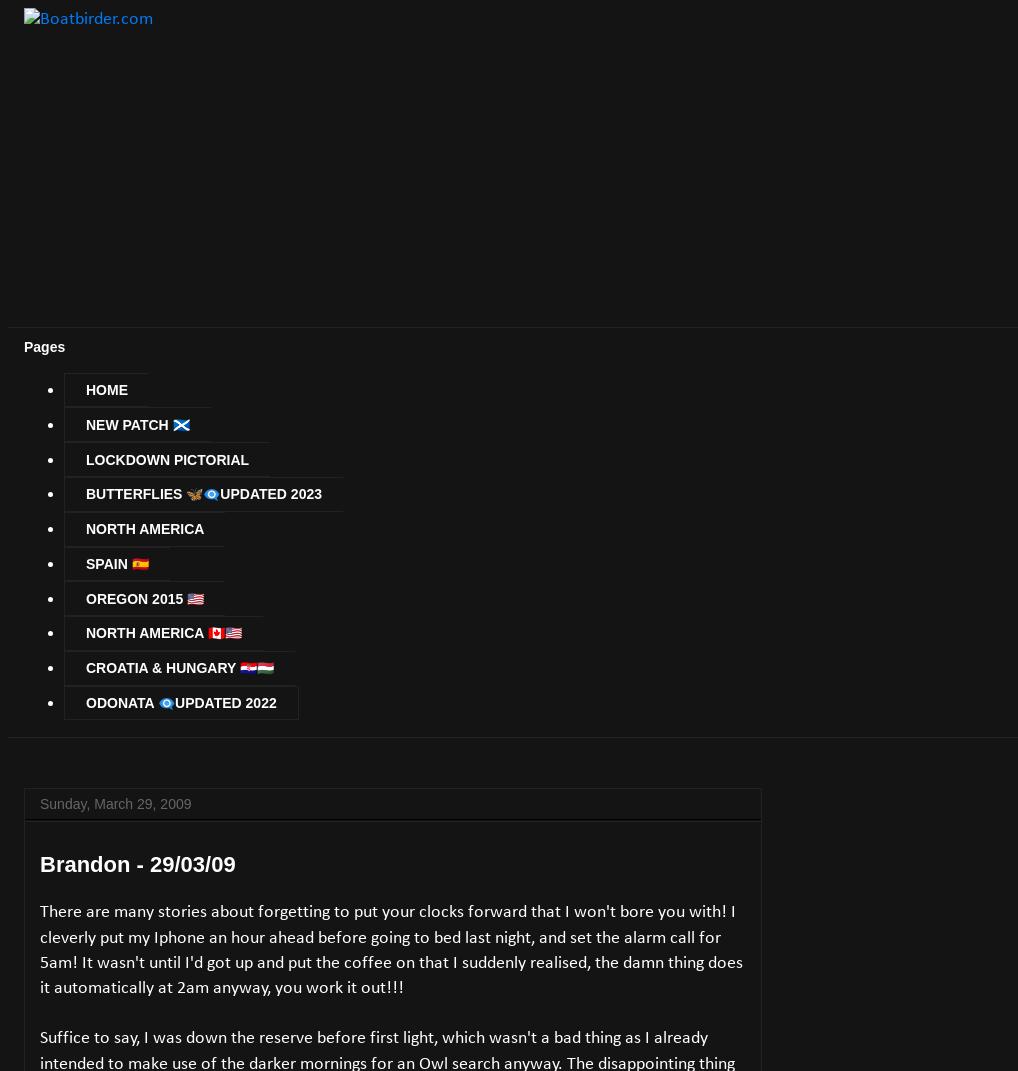 This screenshot has height=1071, width=1018. I want to click on 'There are many stories about forgetting to put your clocks forward that I won't bore you with! I cleverly put my Iphone an hour ahead before going to bed last night, and set the alarm call for 5am! It wasn't until I'd got up and put the coffee on that I suddenly realised, the damn thing does it automatically at 2am anyway, you work it out!!!', so click(391, 948).